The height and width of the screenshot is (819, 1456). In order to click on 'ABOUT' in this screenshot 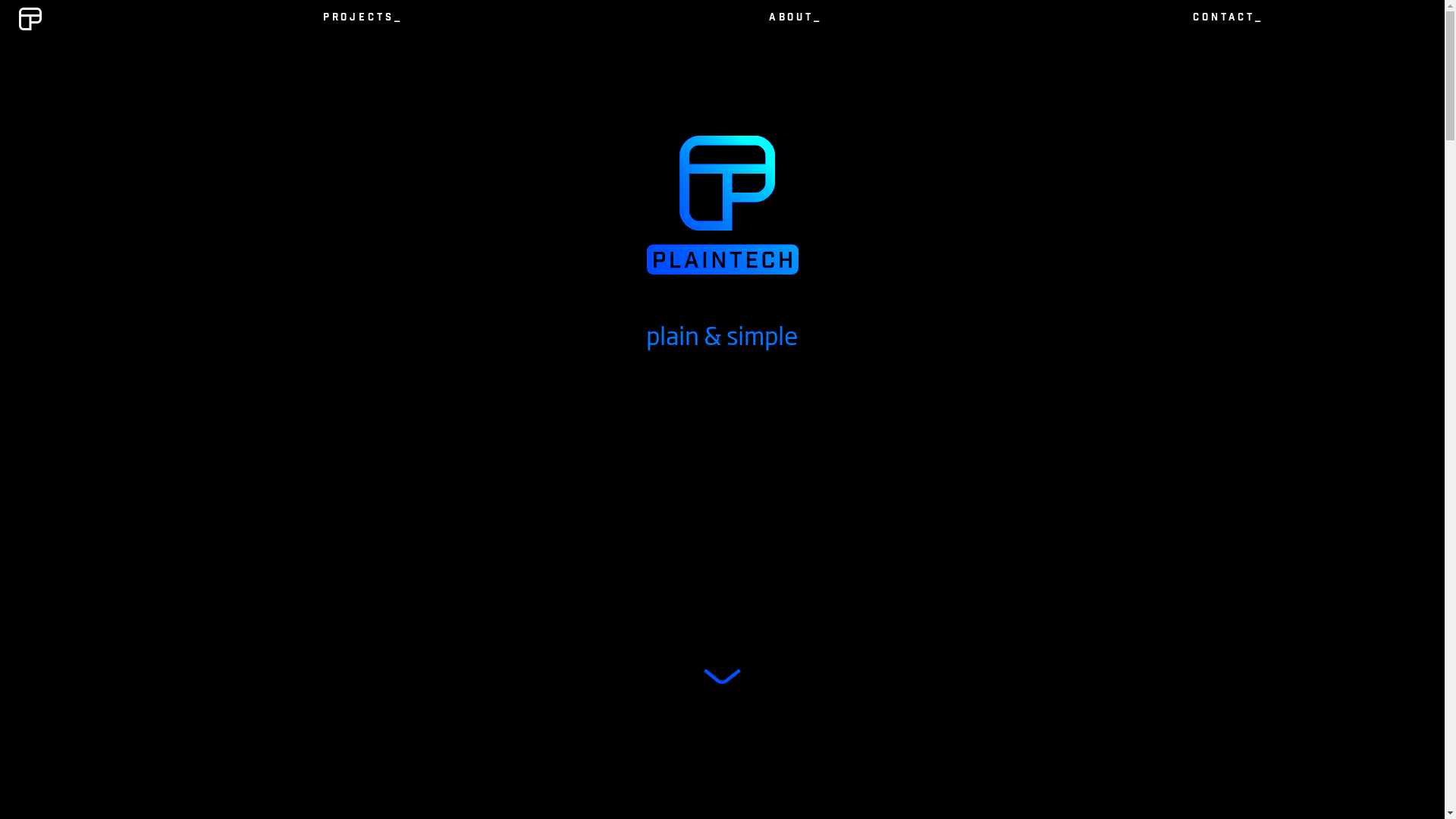, I will do `click(794, 18)`.